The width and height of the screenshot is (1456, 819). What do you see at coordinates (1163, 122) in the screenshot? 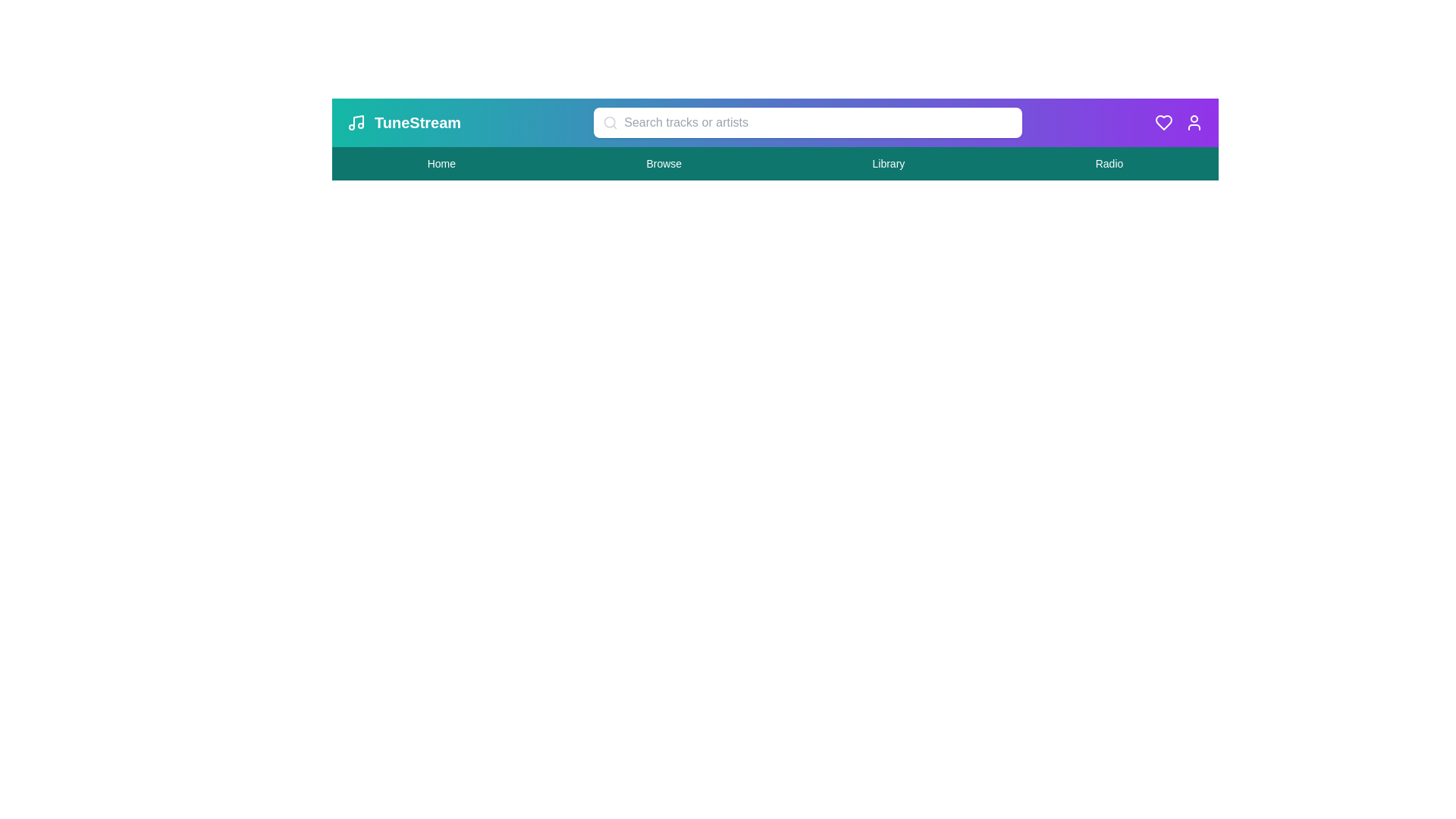
I see `the heart icon to favorite the item` at bounding box center [1163, 122].